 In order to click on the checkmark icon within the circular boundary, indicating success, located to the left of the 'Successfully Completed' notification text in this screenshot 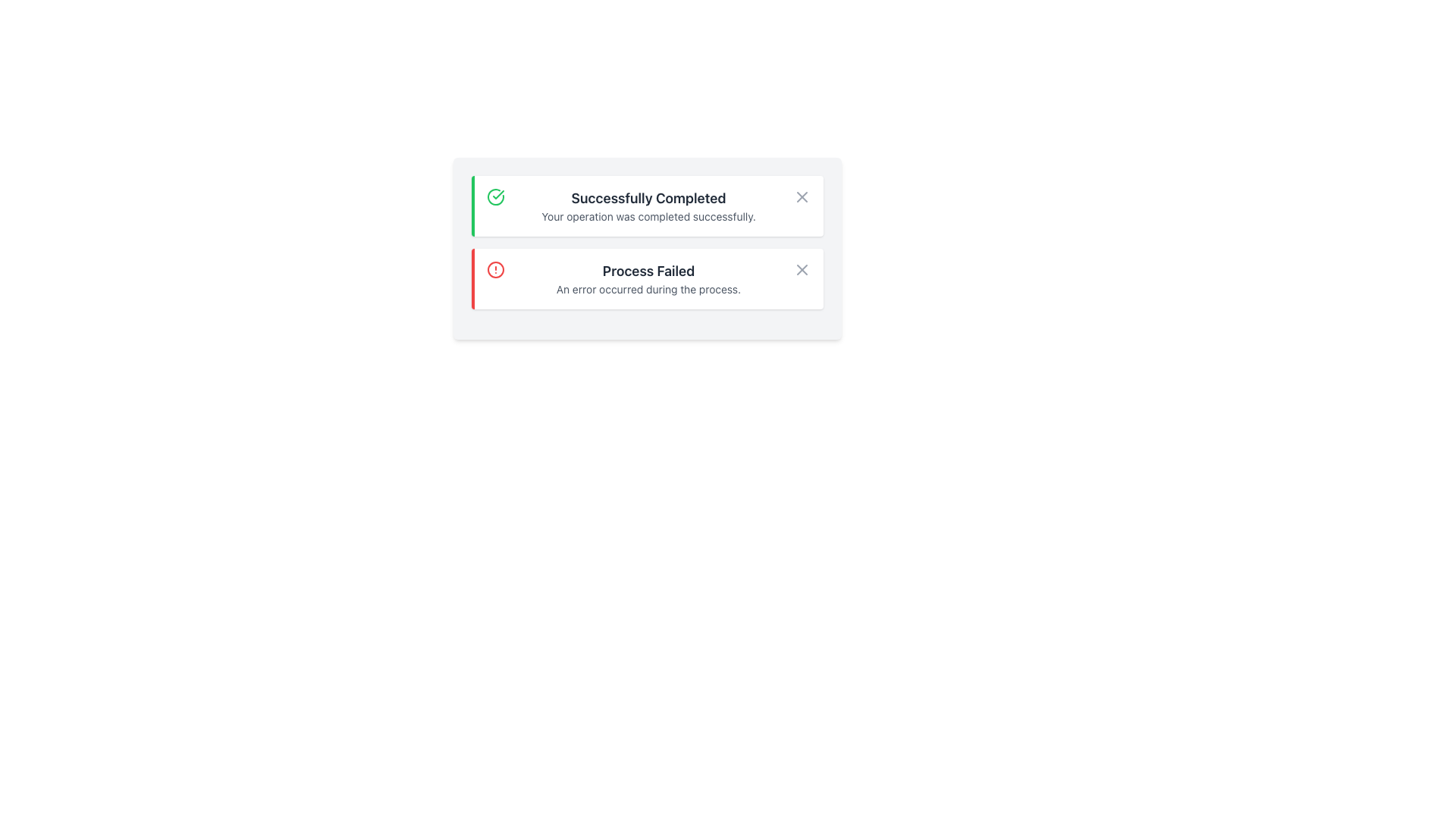, I will do `click(498, 194)`.